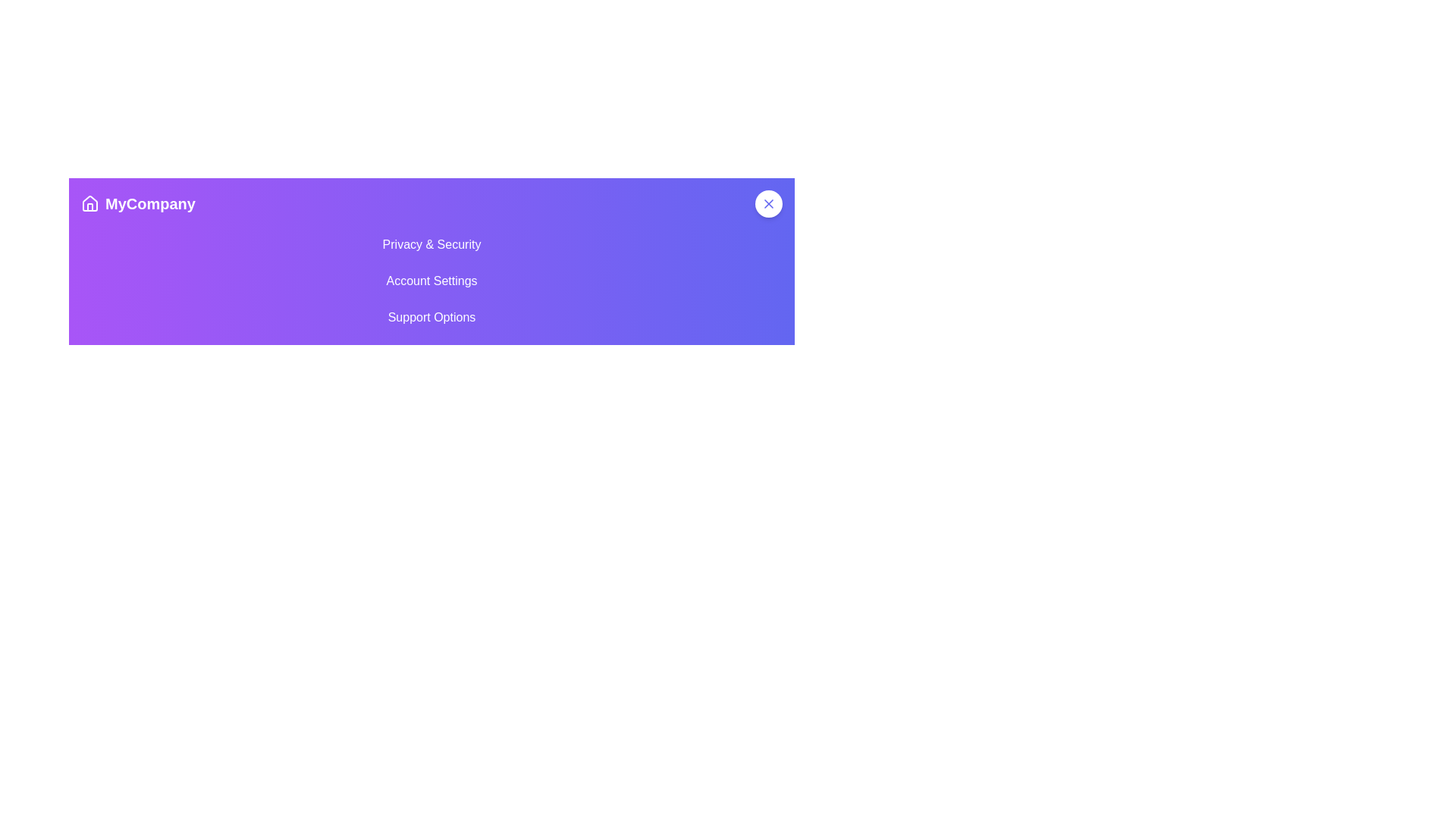 The image size is (1456, 819). Describe the element at coordinates (431, 317) in the screenshot. I see `the 'Support Options' menu item` at that location.